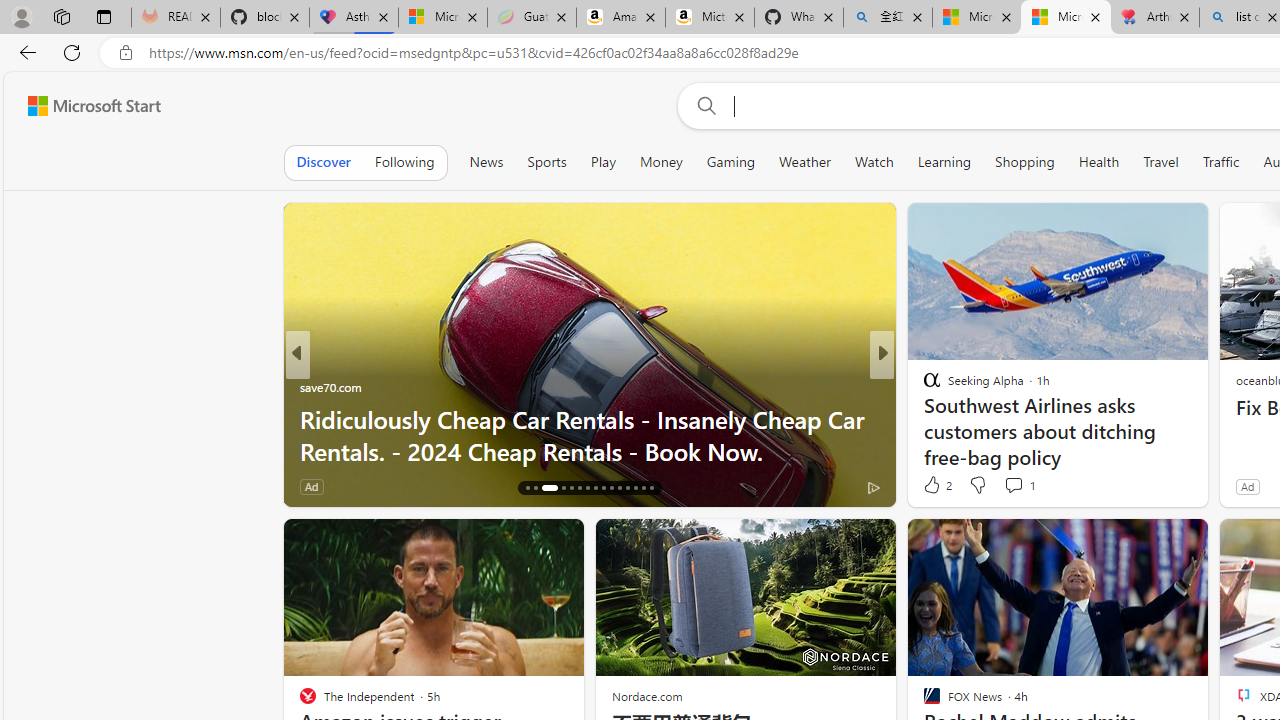 The image size is (1280, 720). What do you see at coordinates (1097, 161) in the screenshot?
I see `'Health'` at bounding box center [1097, 161].